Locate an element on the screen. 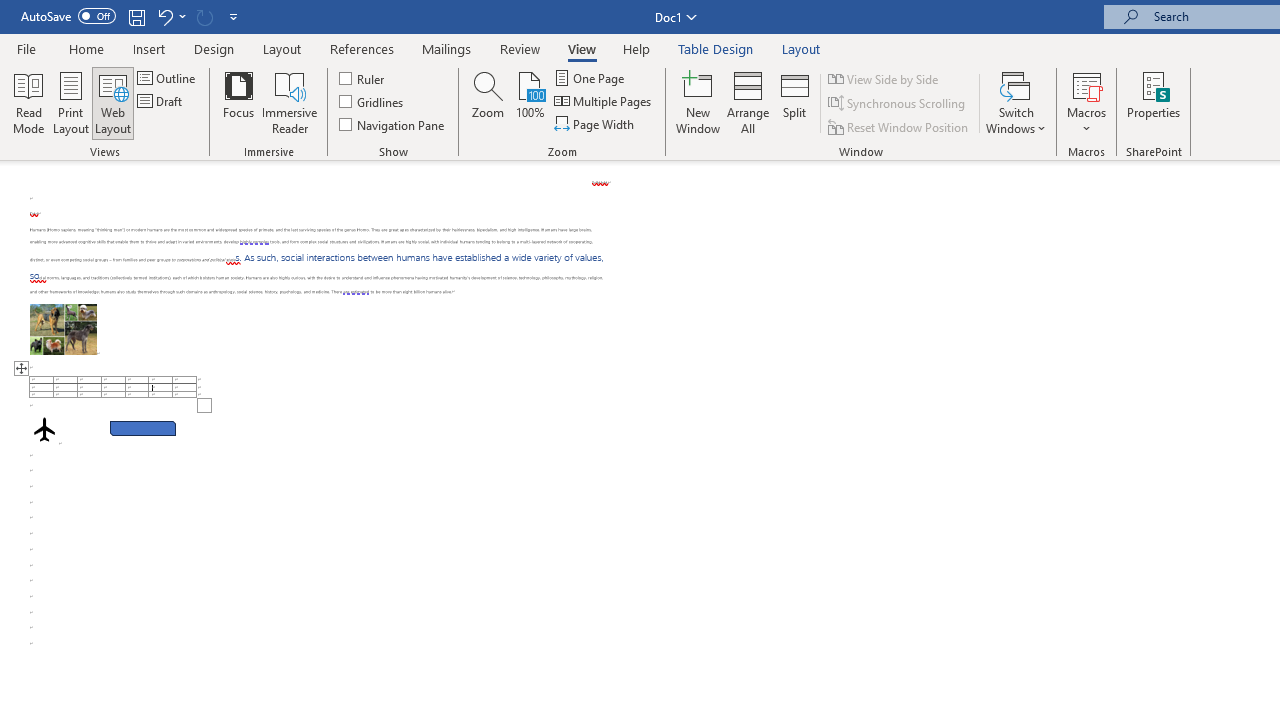 The height and width of the screenshot is (720, 1280). 'Read Mode' is located at coordinates (28, 103).